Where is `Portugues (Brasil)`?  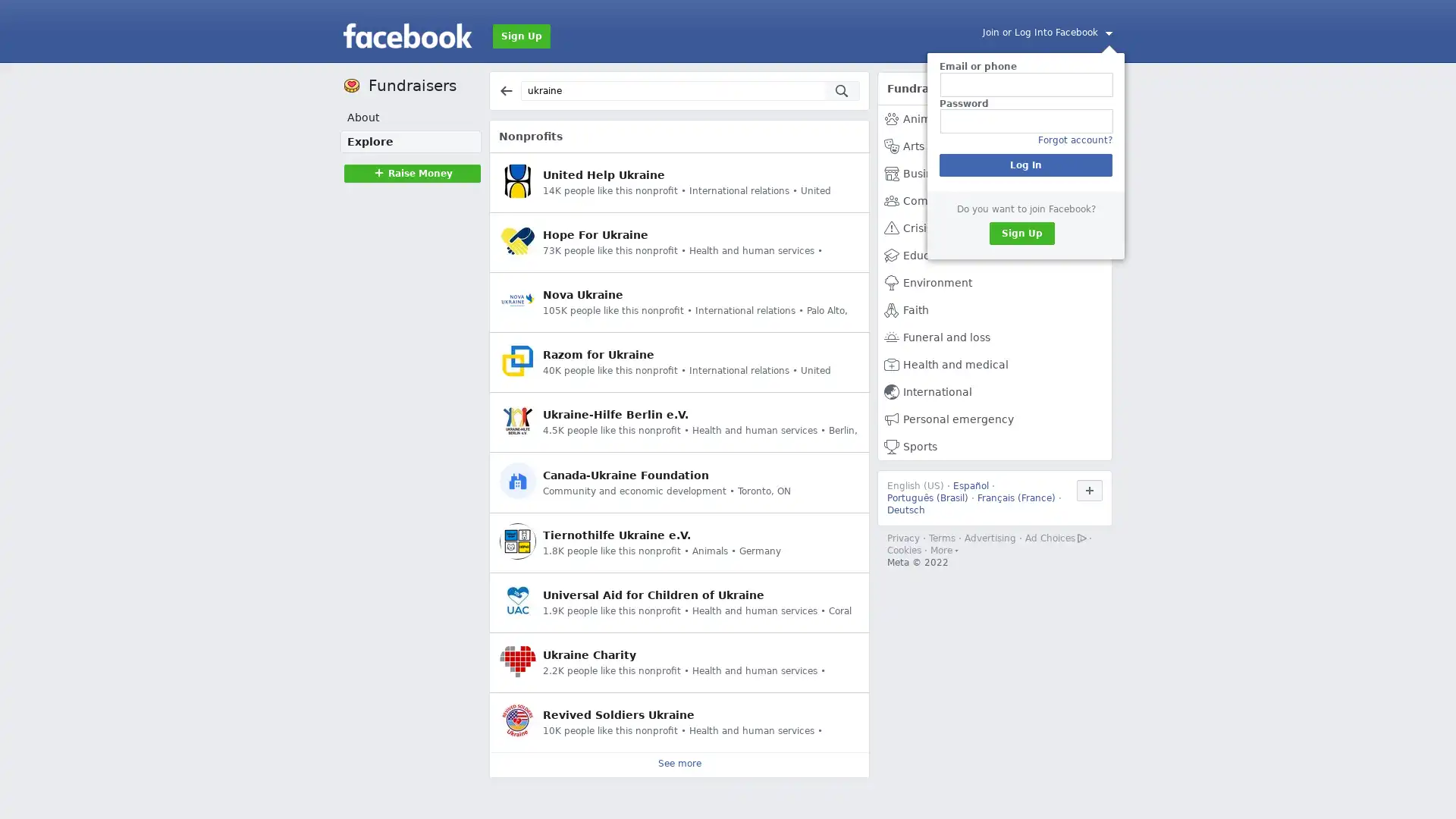
Portugues (Brasil) is located at coordinates (927, 497).